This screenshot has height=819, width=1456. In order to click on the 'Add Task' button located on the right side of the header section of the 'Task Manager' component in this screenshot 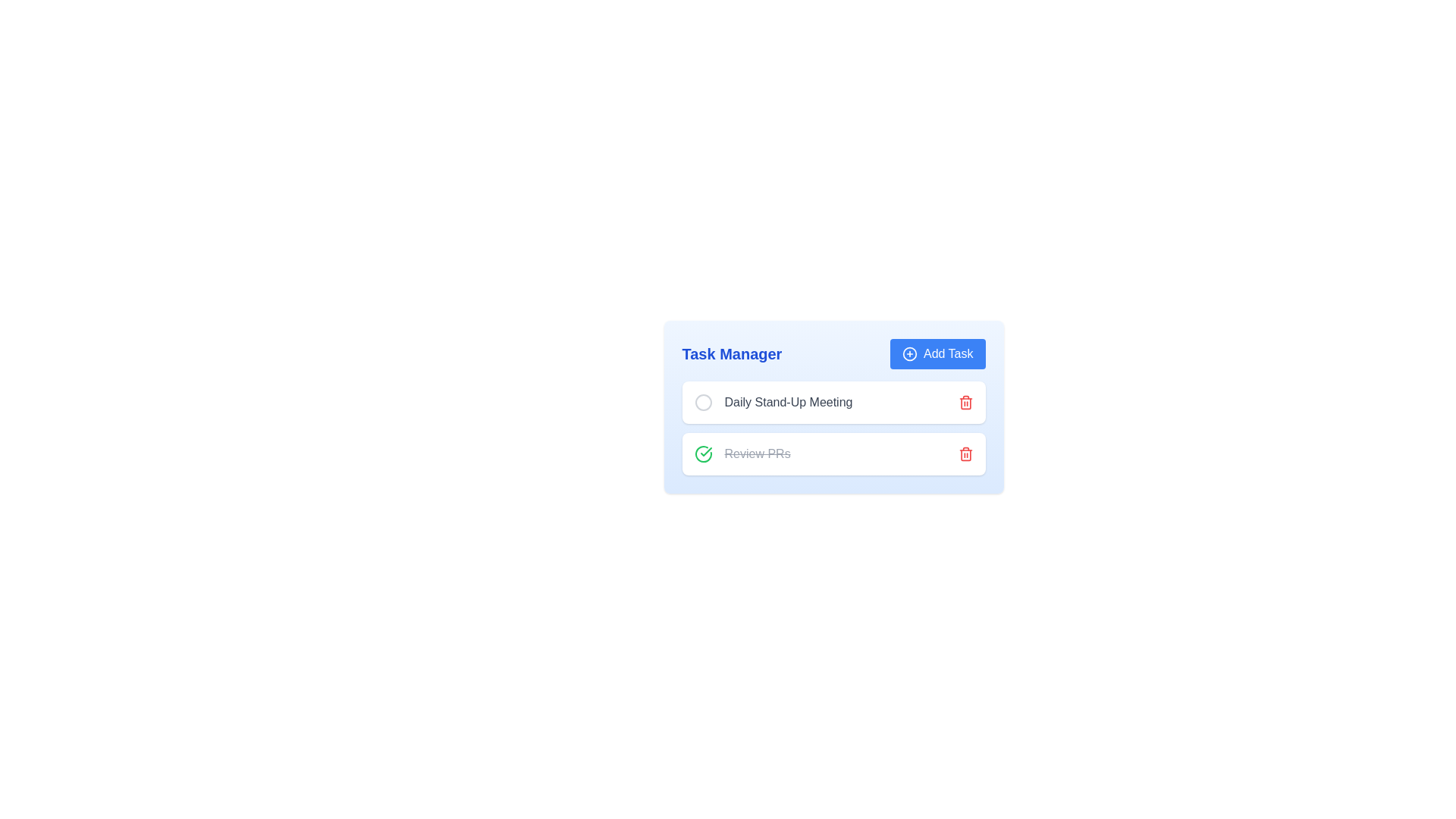, I will do `click(937, 353)`.